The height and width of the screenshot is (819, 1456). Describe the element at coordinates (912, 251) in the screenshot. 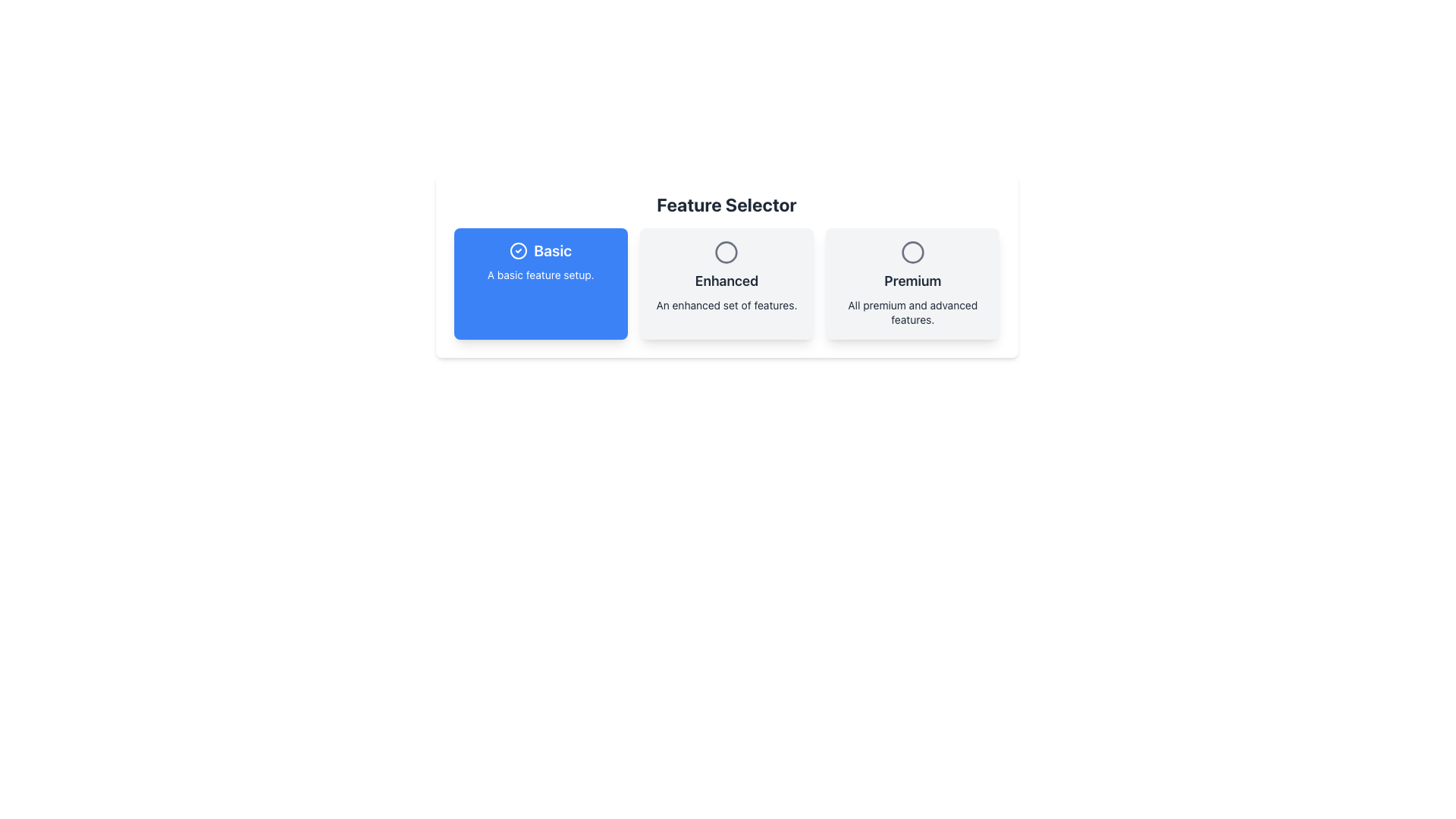

I see `the decorative or status indicator icon for the 'Premium' card located in the 'Feature Selector' section` at that location.